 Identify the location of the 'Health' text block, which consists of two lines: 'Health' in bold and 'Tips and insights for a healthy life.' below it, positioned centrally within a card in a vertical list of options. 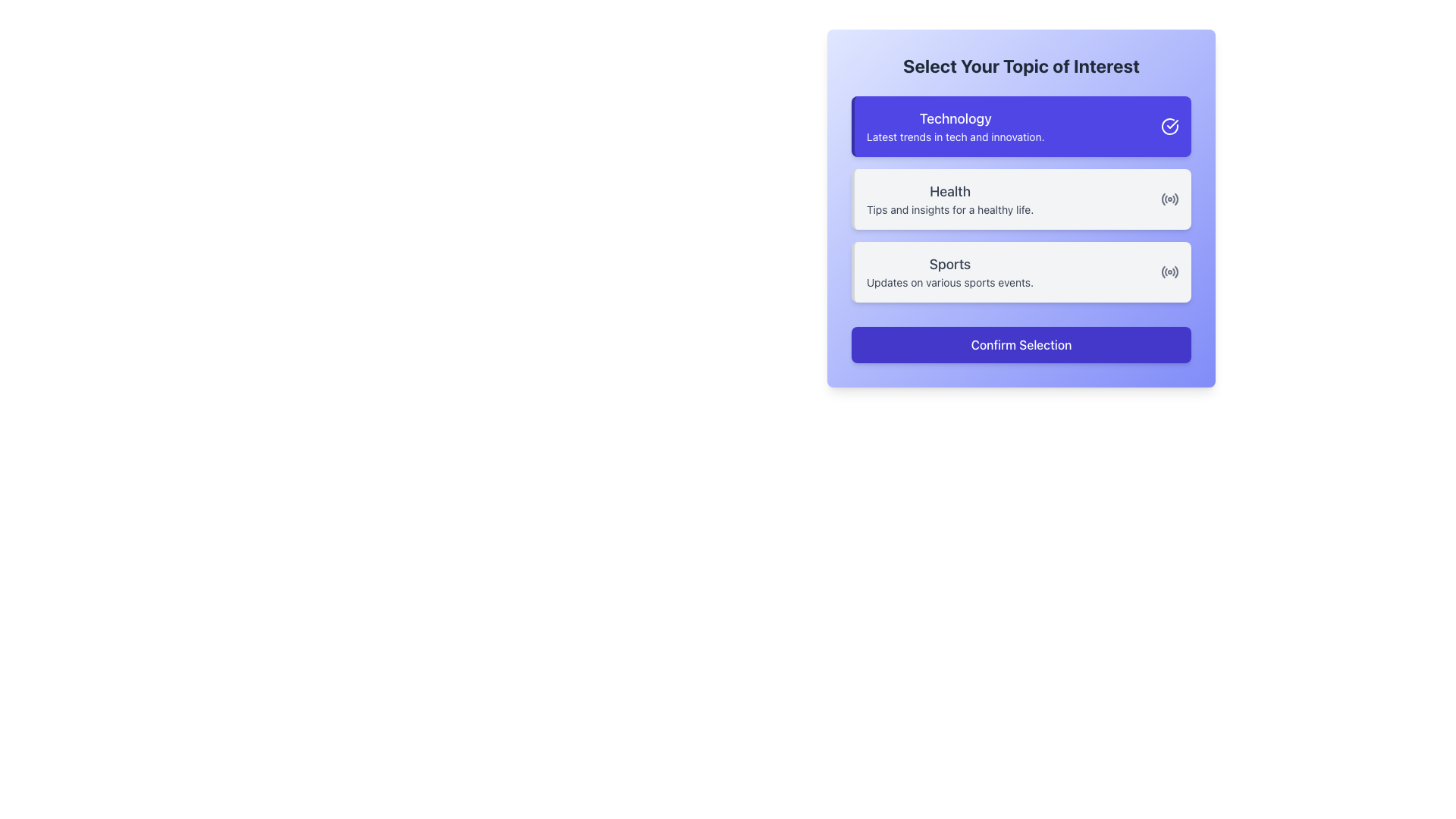
(949, 198).